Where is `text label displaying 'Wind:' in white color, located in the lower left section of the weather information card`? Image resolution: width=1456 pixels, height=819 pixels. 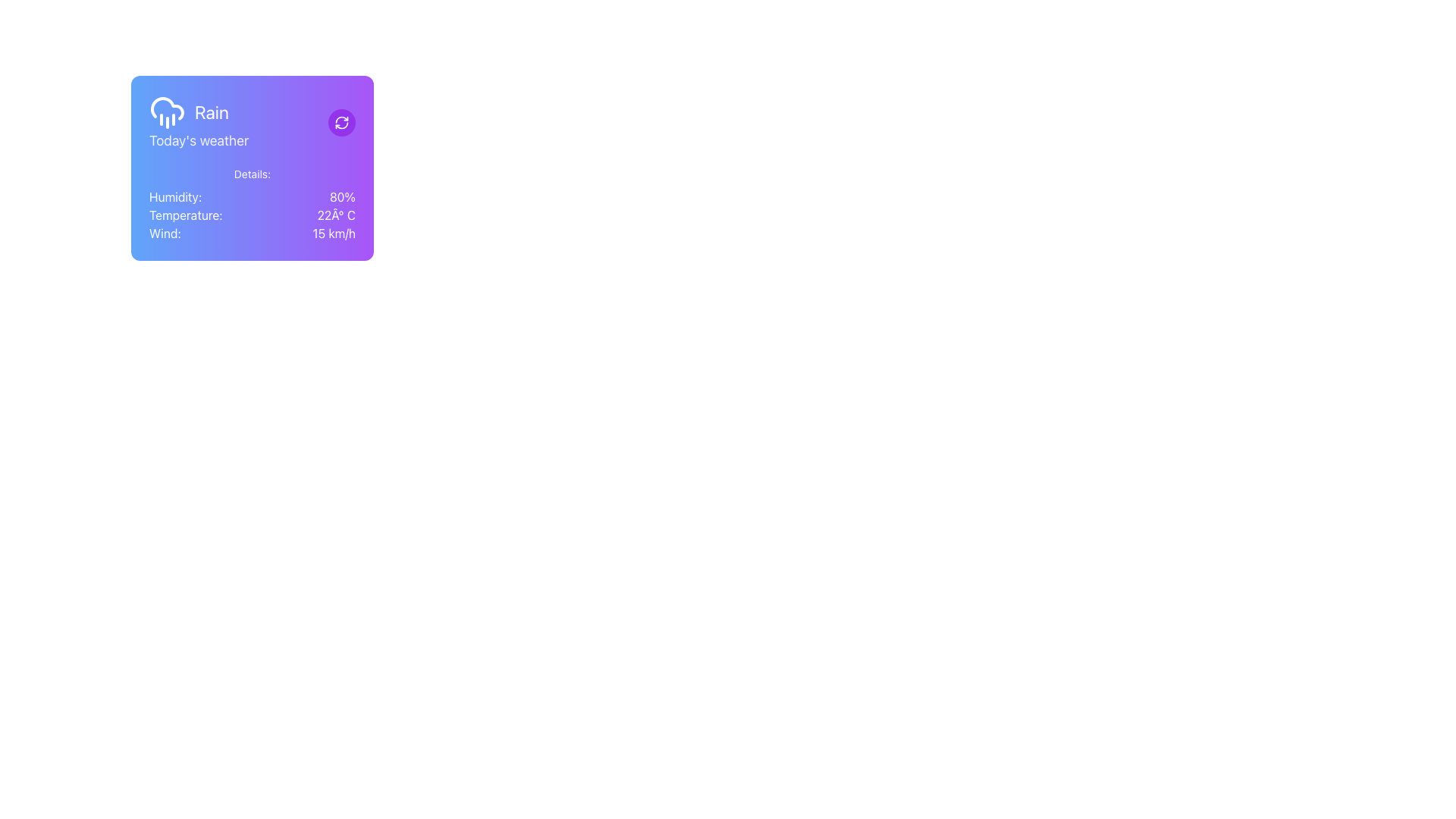
text label displaying 'Wind:' in white color, located in the lower left section of the weather information card is located at coordinates (165, 234).